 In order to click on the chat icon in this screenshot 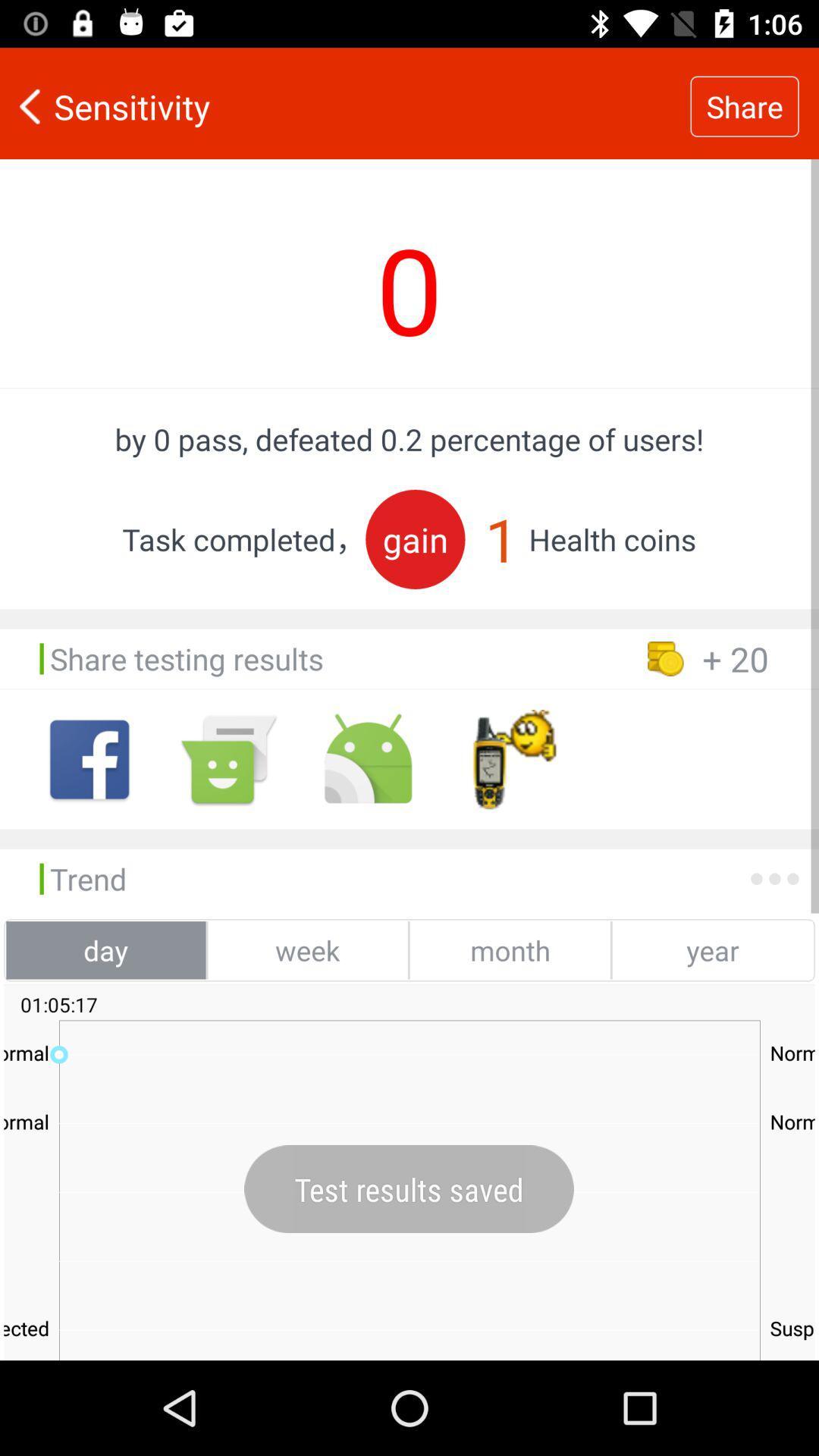, I will do `click(228, 759)`.